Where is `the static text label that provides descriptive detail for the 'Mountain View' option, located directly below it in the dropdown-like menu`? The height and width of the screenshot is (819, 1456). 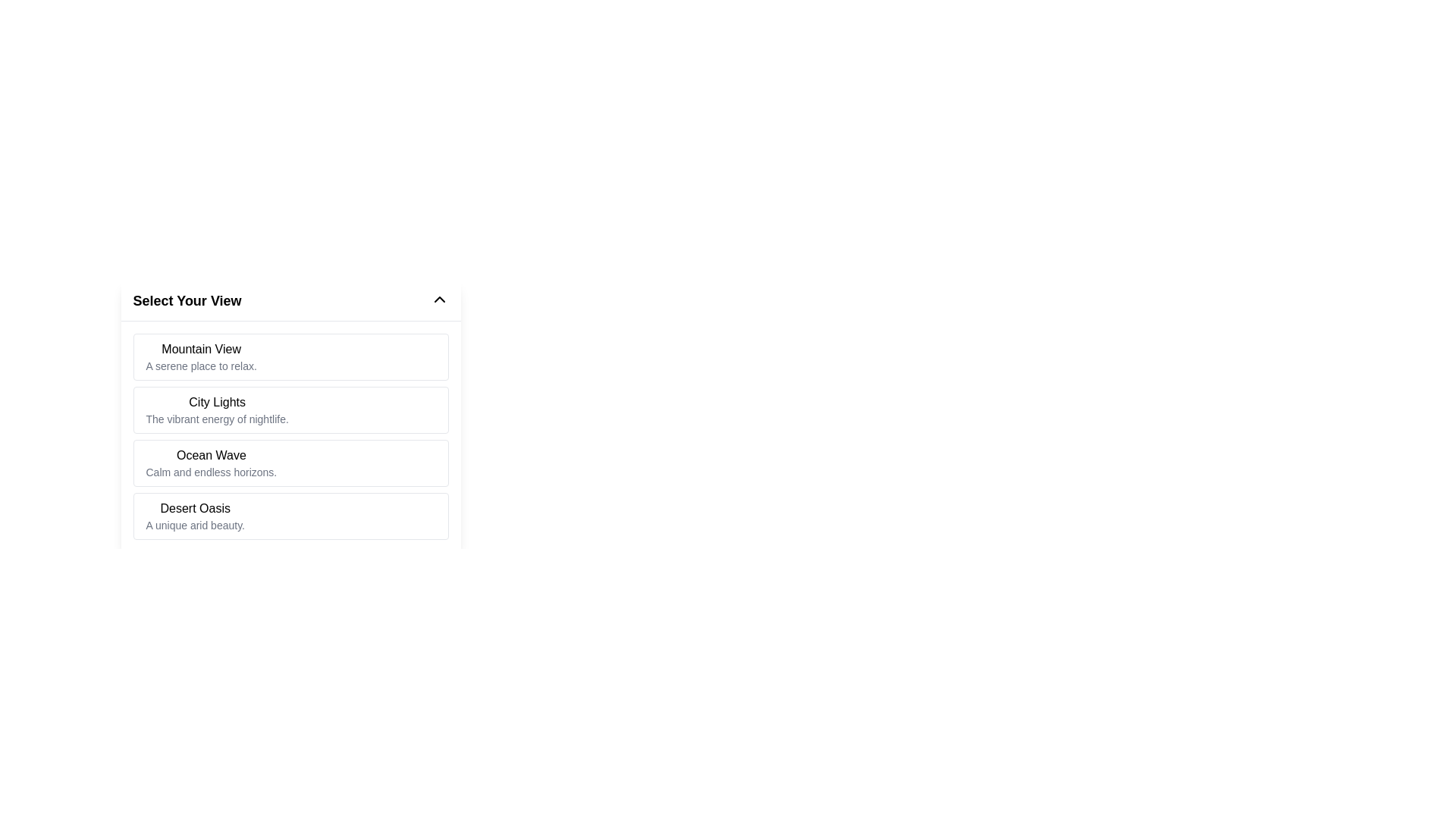
the static text label that provides descriptive detail for the 'Mountain View' option, located directly below it in the dropdown-like menu is located at coordinates (200, 366).